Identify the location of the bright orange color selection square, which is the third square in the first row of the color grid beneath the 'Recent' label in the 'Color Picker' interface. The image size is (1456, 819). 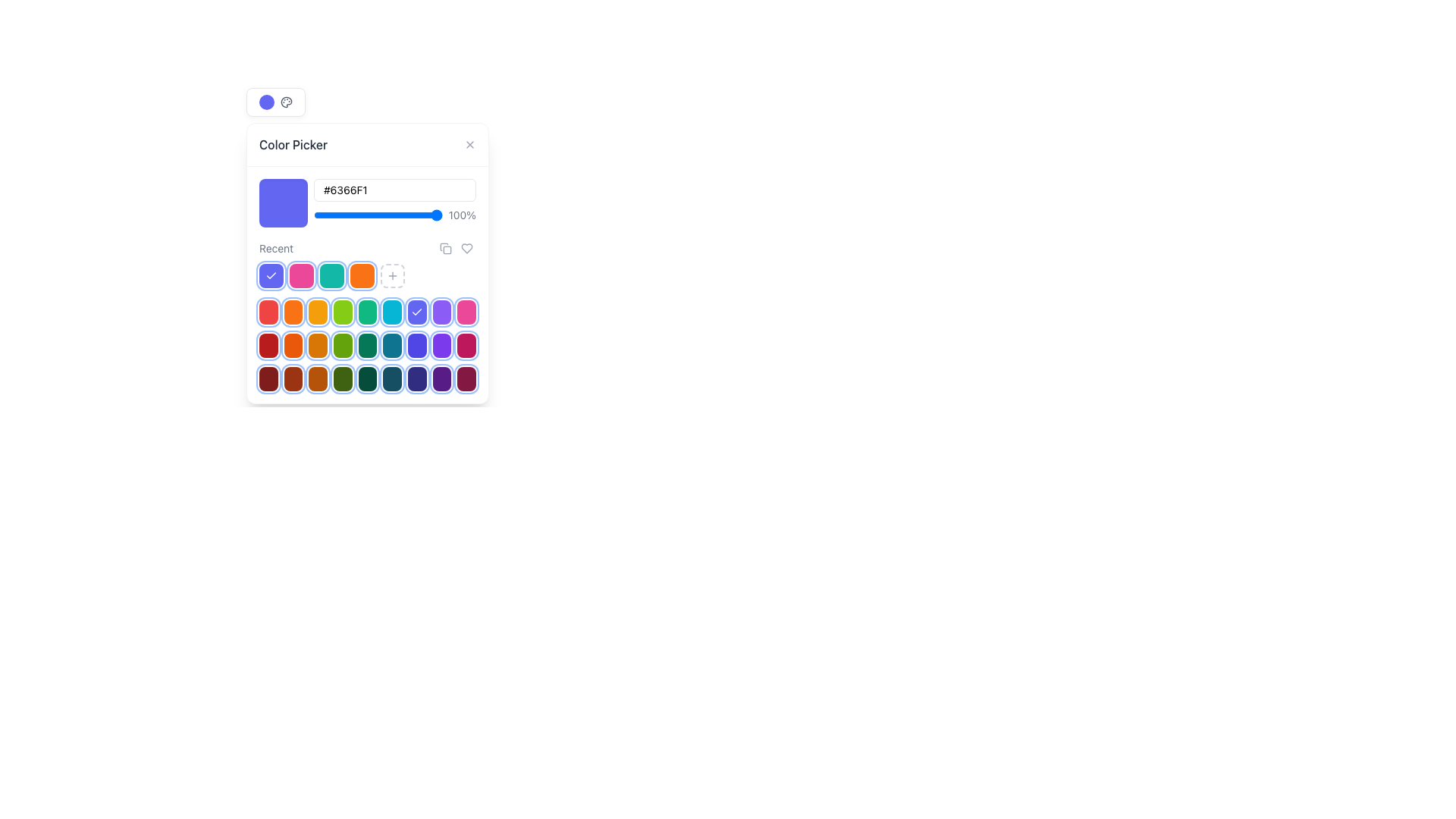
(367, 262).